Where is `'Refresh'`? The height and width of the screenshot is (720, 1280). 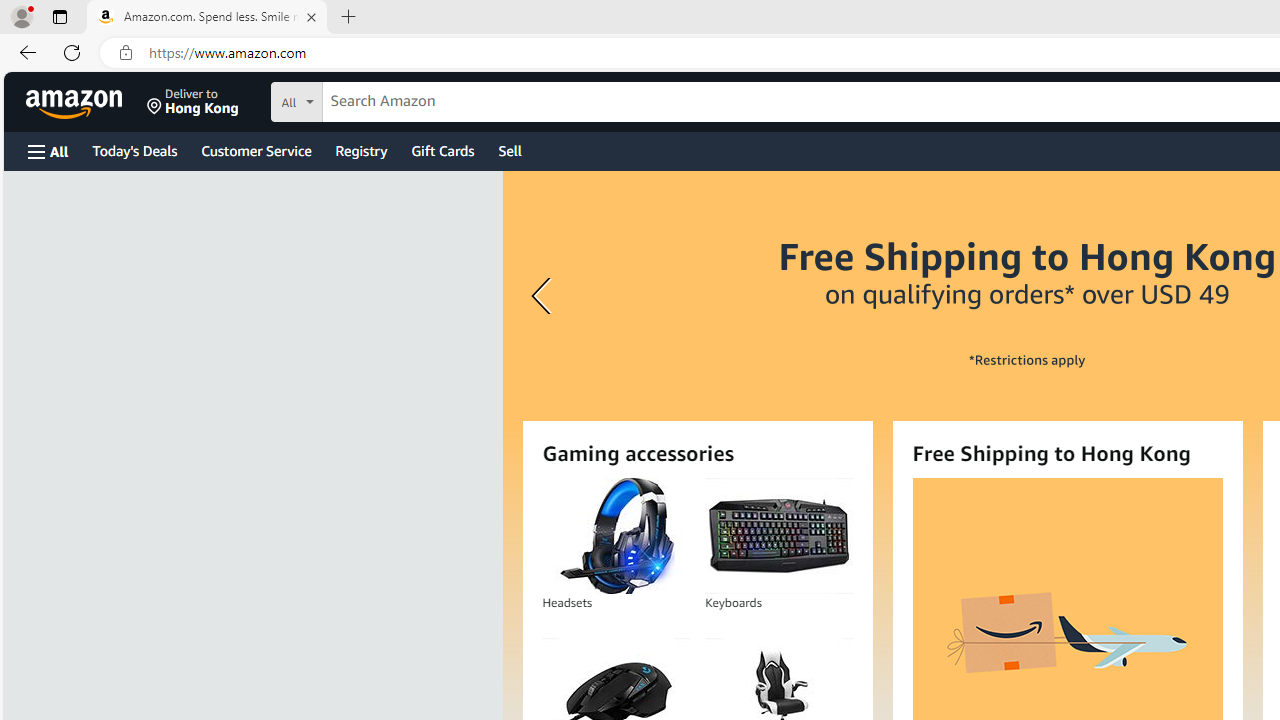
'Refresh' is located at coordinates (72, 51).